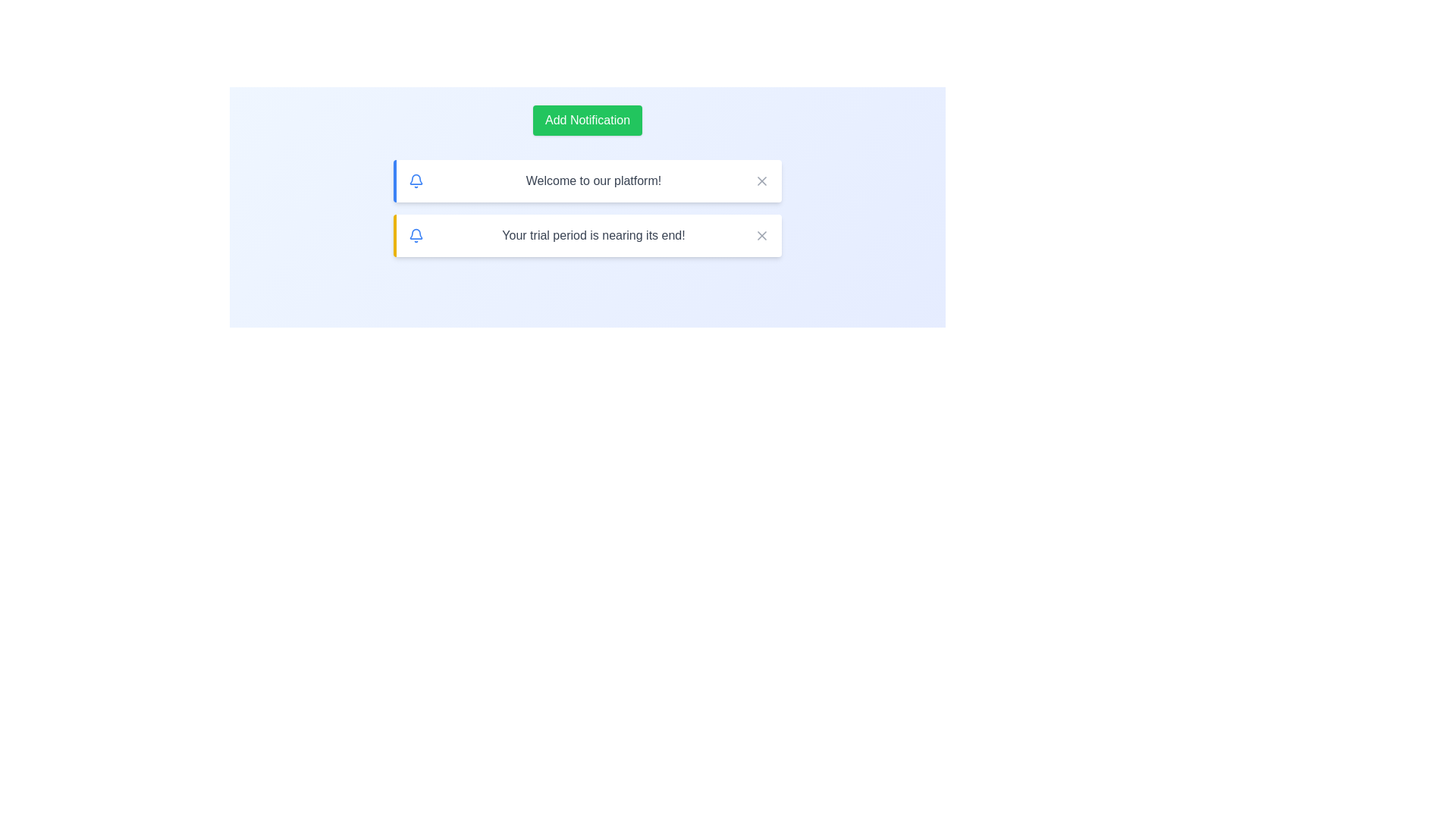 This screenshot has width=1456, height=819. Describe the element at coordinates (586, 119) in the screenshot. I see `the 'Add Notification' button to add a new notification` at that location.